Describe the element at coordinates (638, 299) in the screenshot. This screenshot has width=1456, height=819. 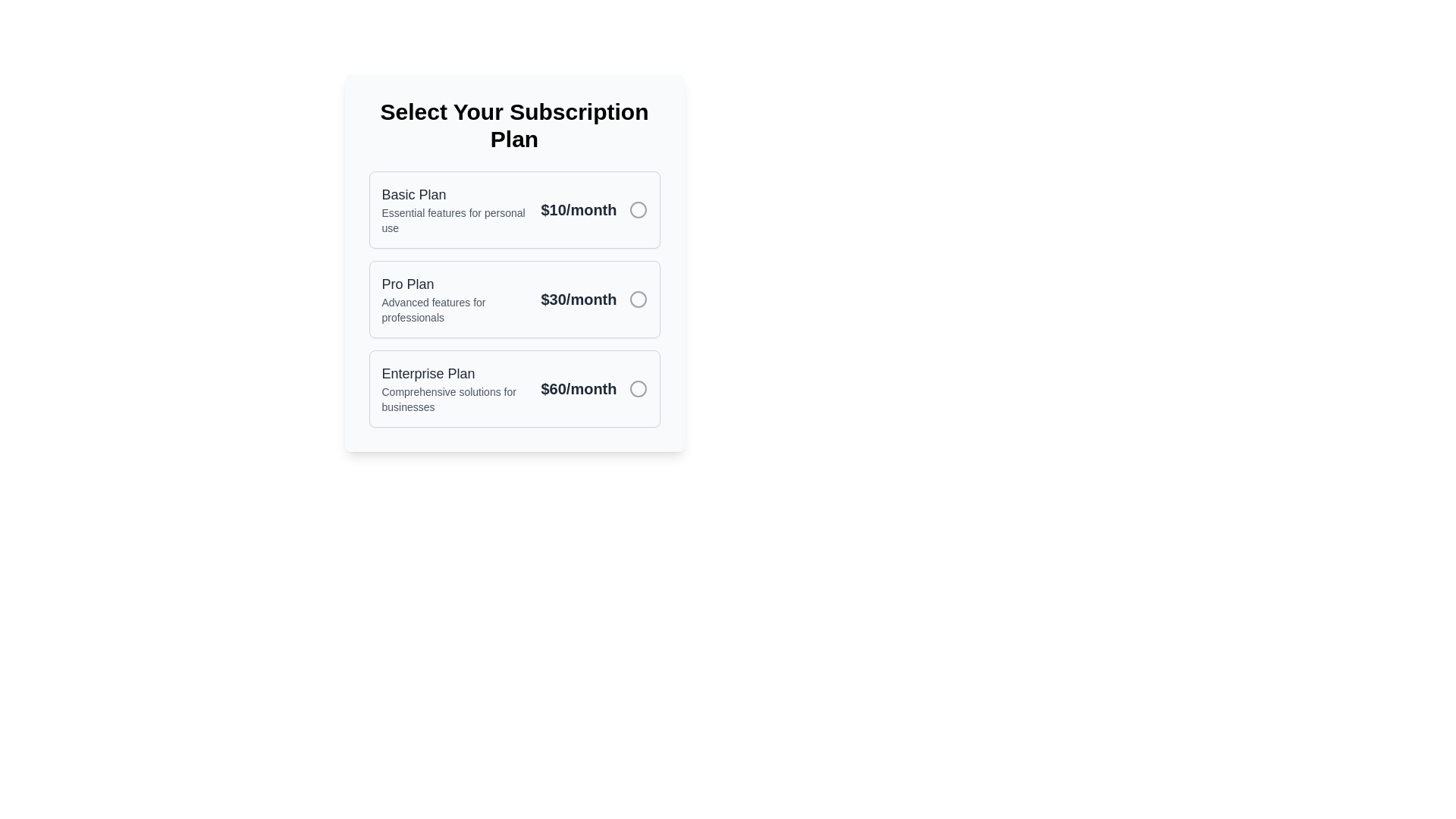
I see `the circular radio button with a gray outline located to the right of the 'Pro Plan' subscription option` at that location.